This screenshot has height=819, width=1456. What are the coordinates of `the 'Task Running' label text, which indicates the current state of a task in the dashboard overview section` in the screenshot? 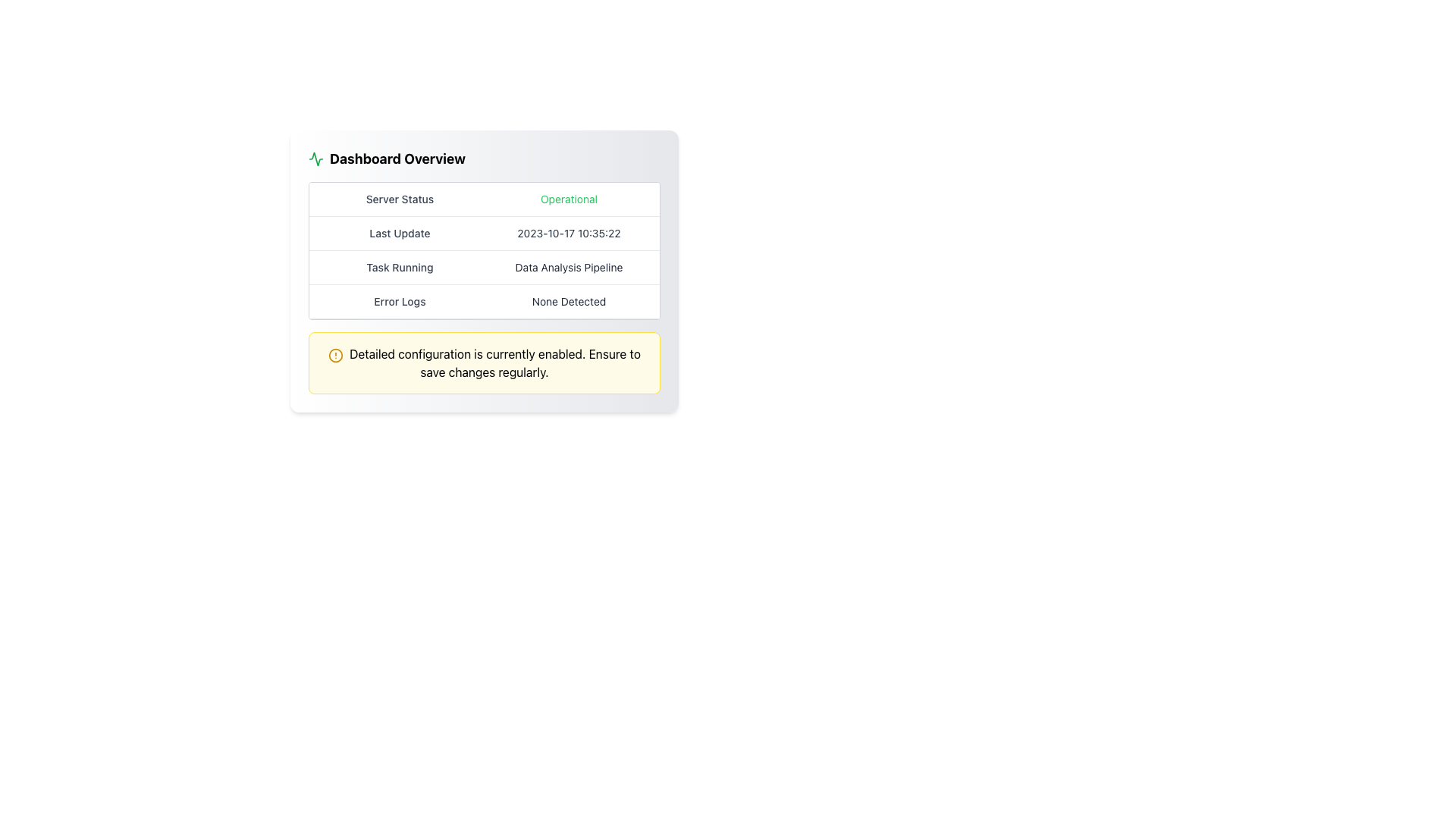 It's located at (400, 267).